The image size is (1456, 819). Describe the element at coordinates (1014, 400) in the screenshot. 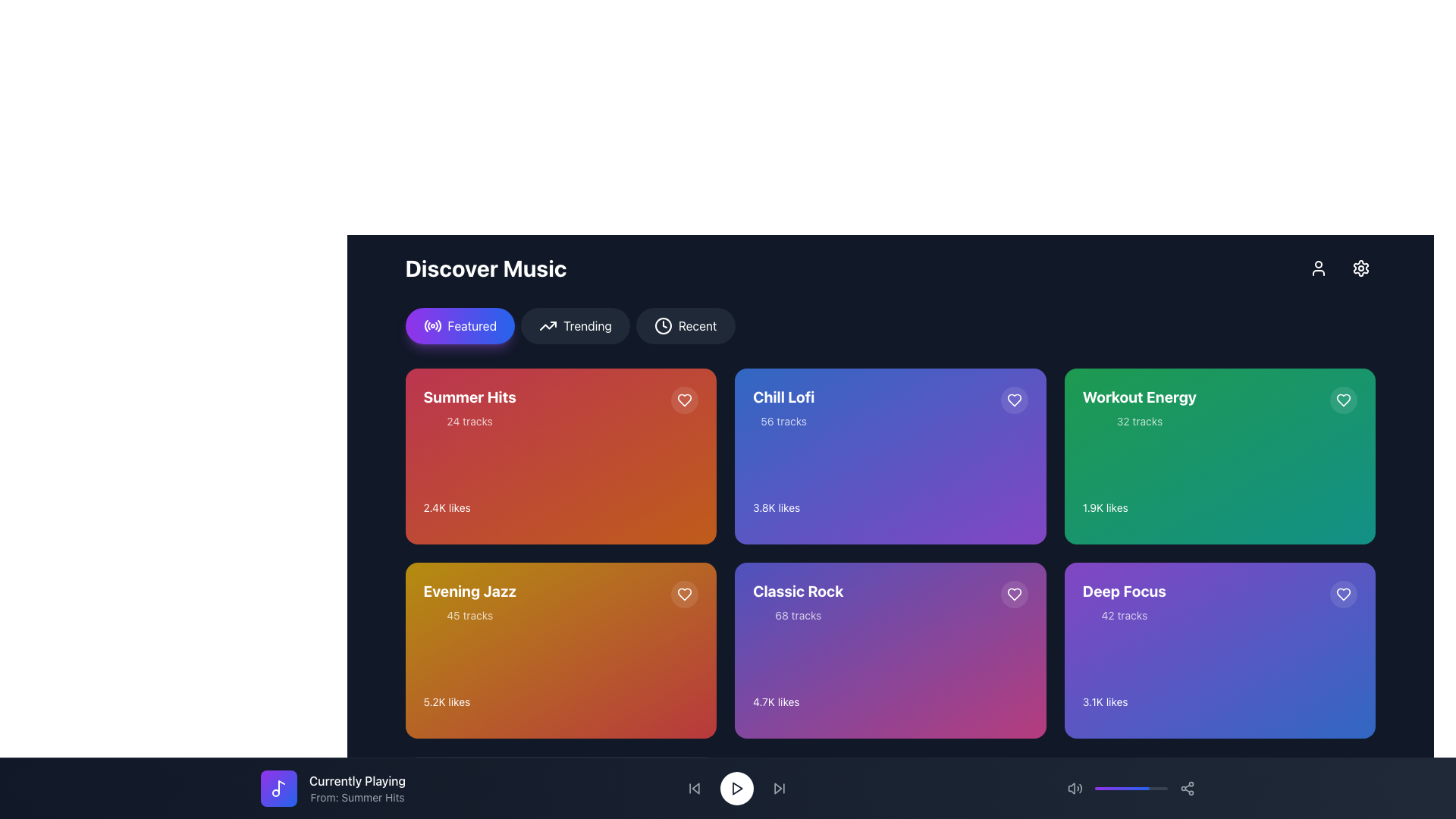

I see `the button in the 'Chill Lofi' music collection card` at that location.